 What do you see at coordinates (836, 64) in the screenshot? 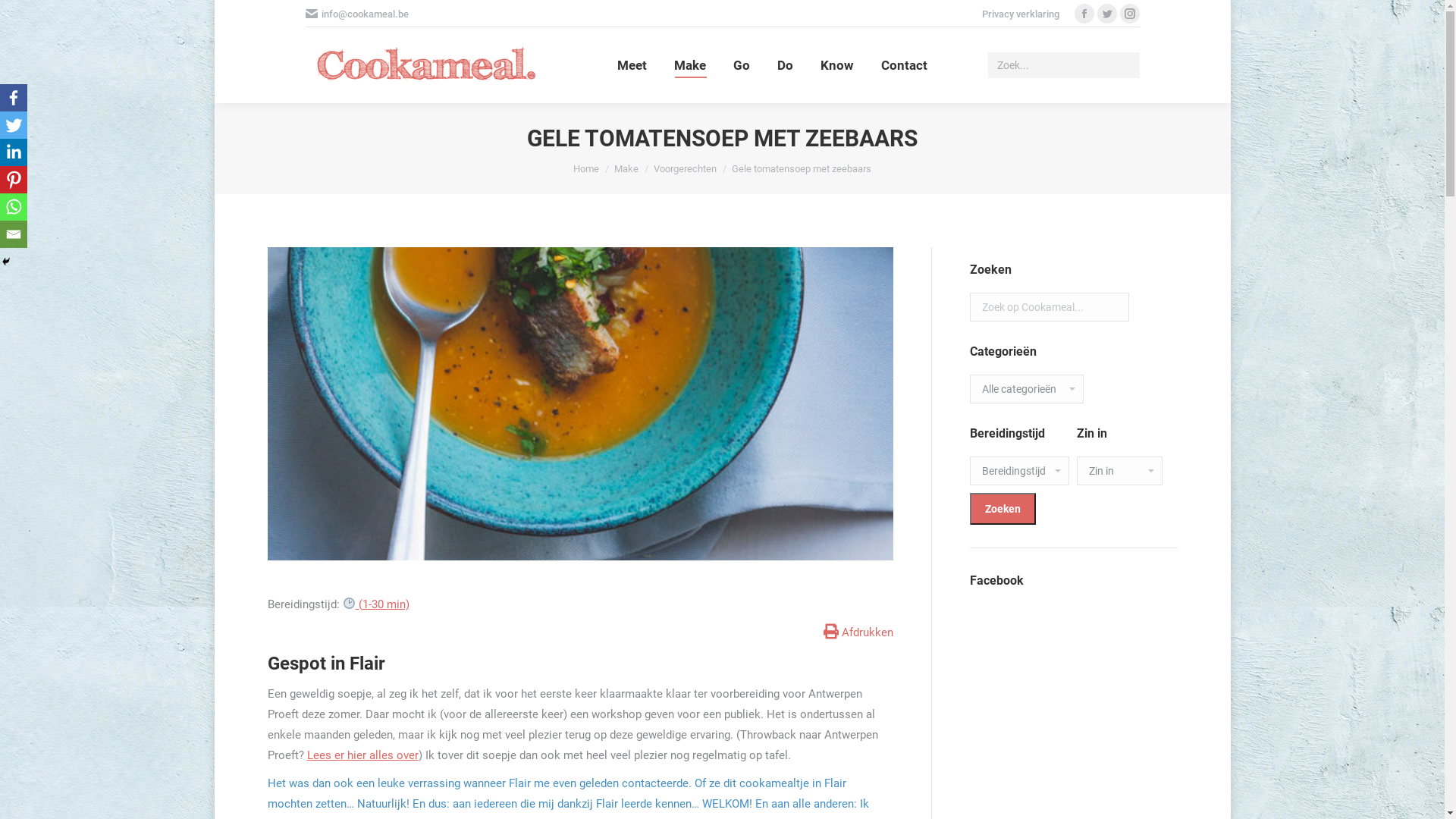
I see `'Know'` at bounding box center [836, 64].